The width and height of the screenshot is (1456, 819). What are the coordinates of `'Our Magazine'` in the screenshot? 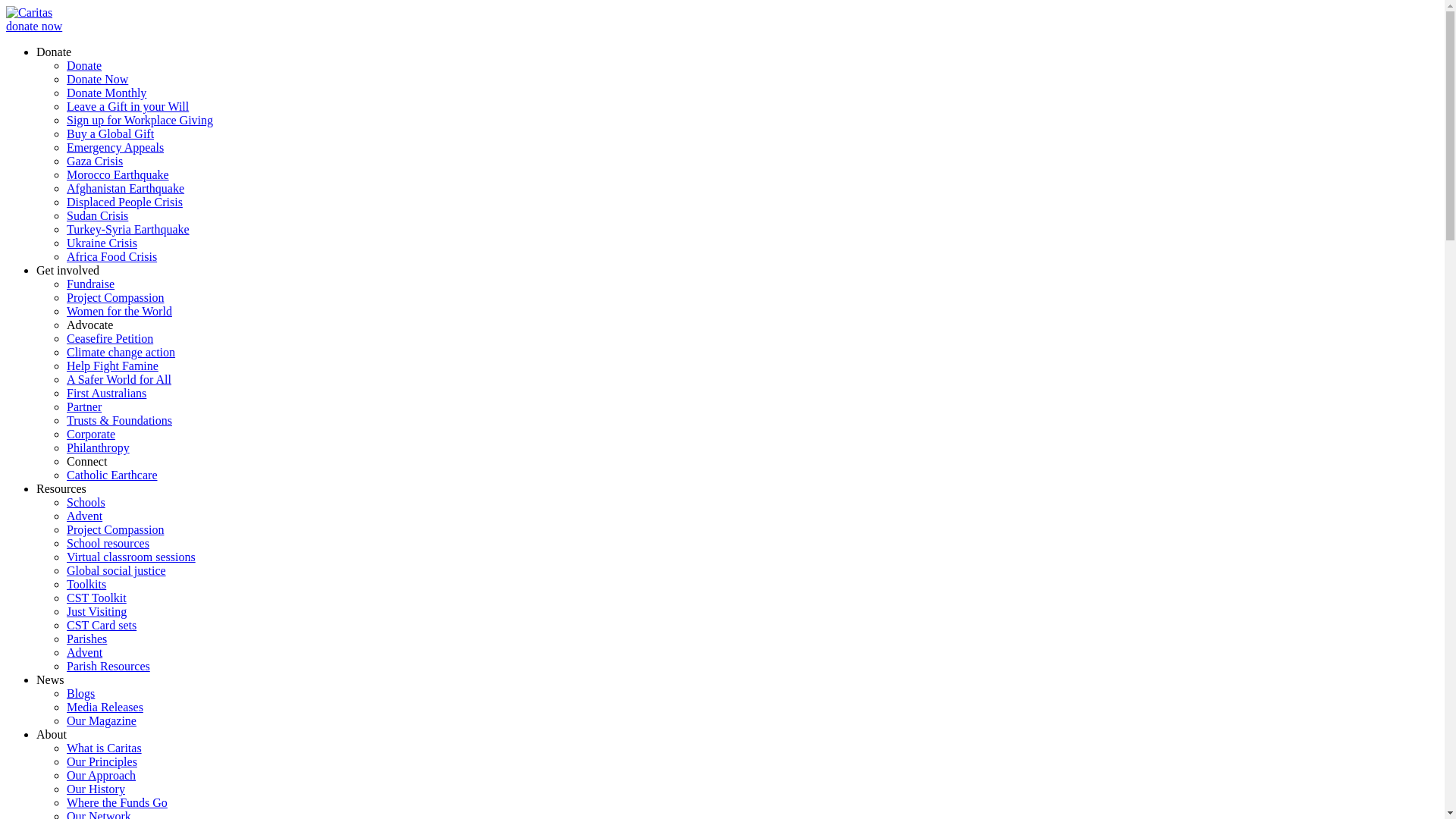 It's located at (101, 720).